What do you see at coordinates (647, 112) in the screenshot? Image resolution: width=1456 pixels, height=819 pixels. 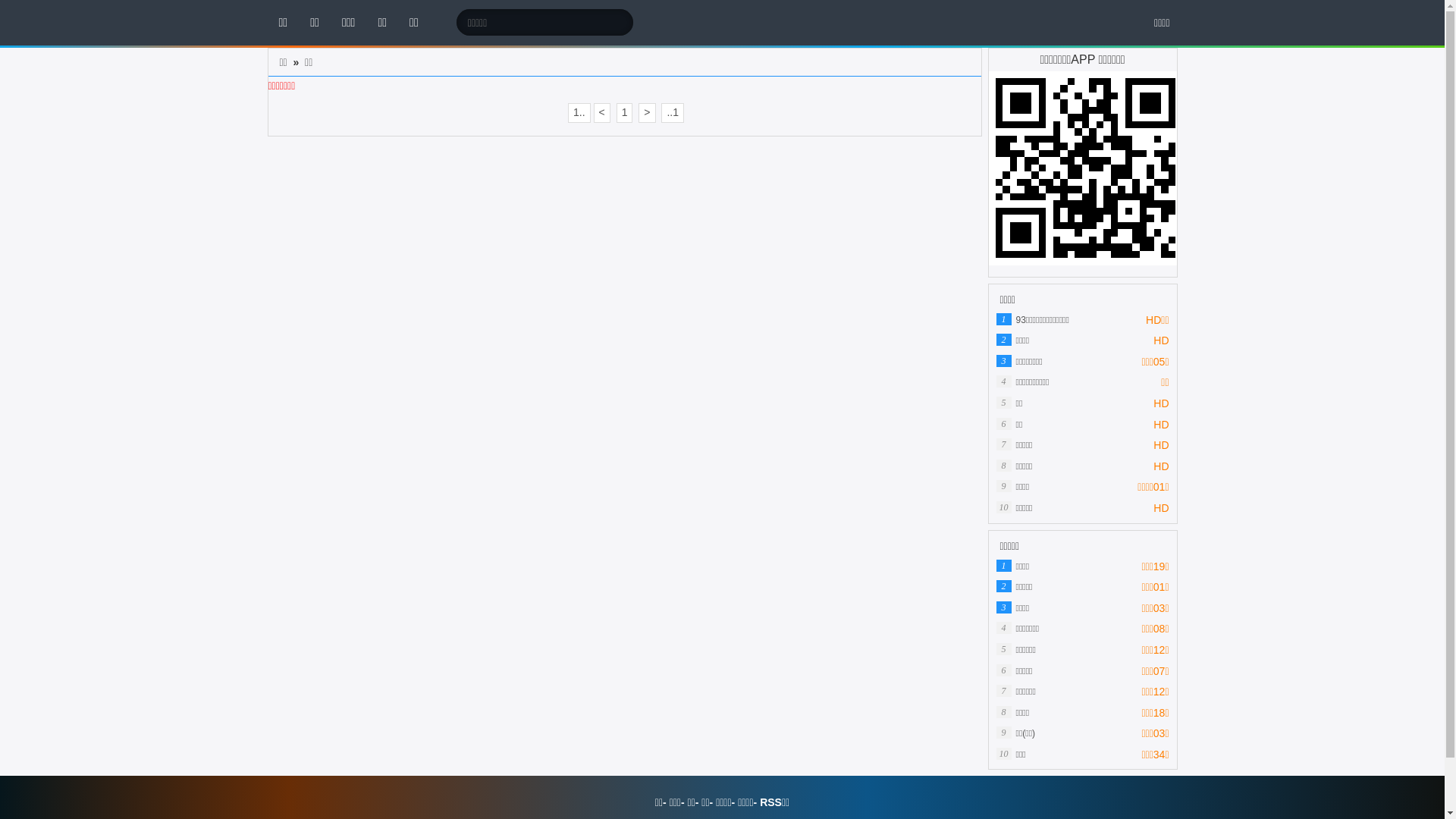 I see `'>'` at bounding box center [647, 112].